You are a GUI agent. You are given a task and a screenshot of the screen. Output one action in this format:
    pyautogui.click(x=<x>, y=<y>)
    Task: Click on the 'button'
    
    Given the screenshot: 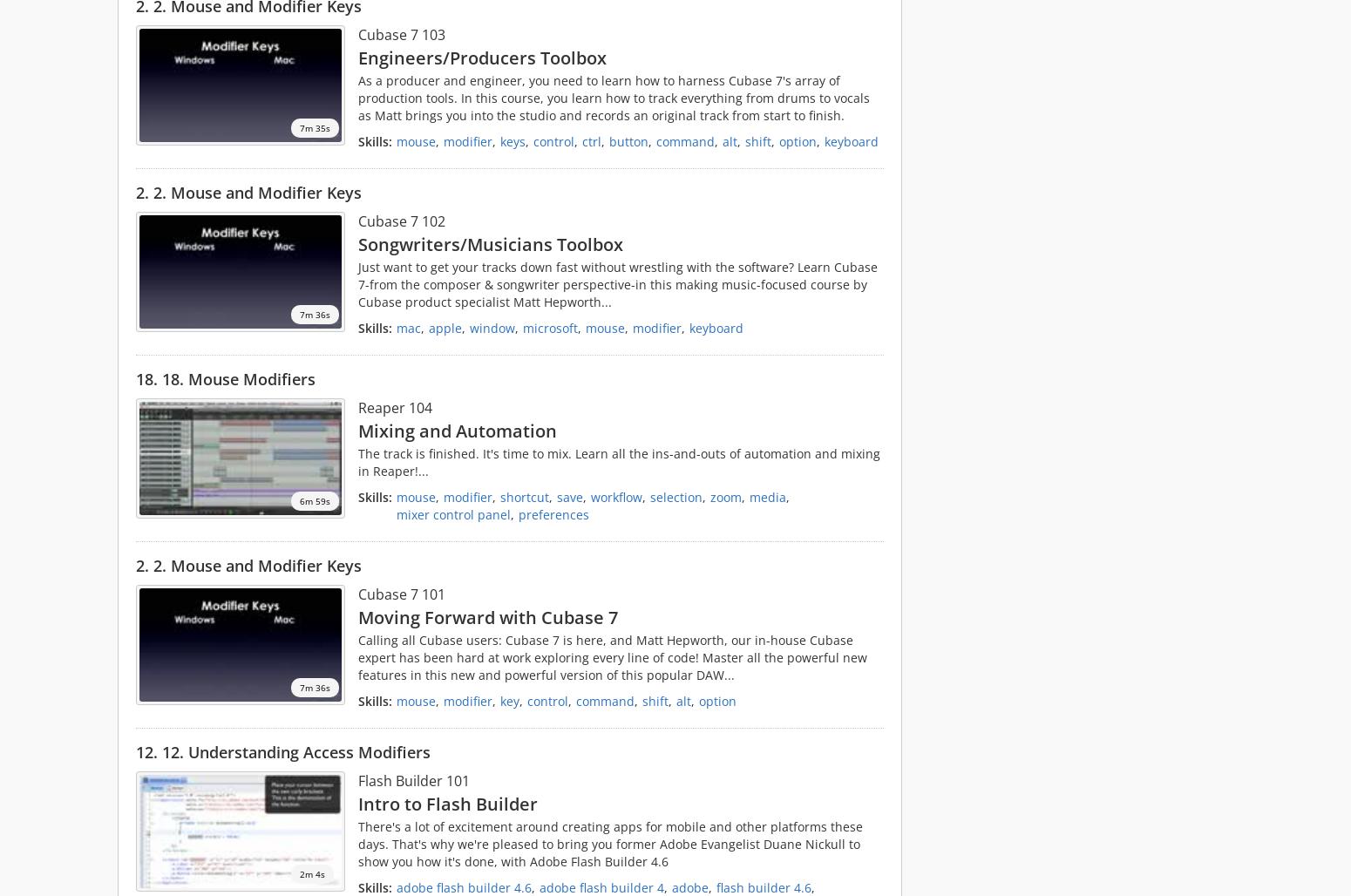 What is the action you would take?
    pyautogui.click(x=628, y=140)
    